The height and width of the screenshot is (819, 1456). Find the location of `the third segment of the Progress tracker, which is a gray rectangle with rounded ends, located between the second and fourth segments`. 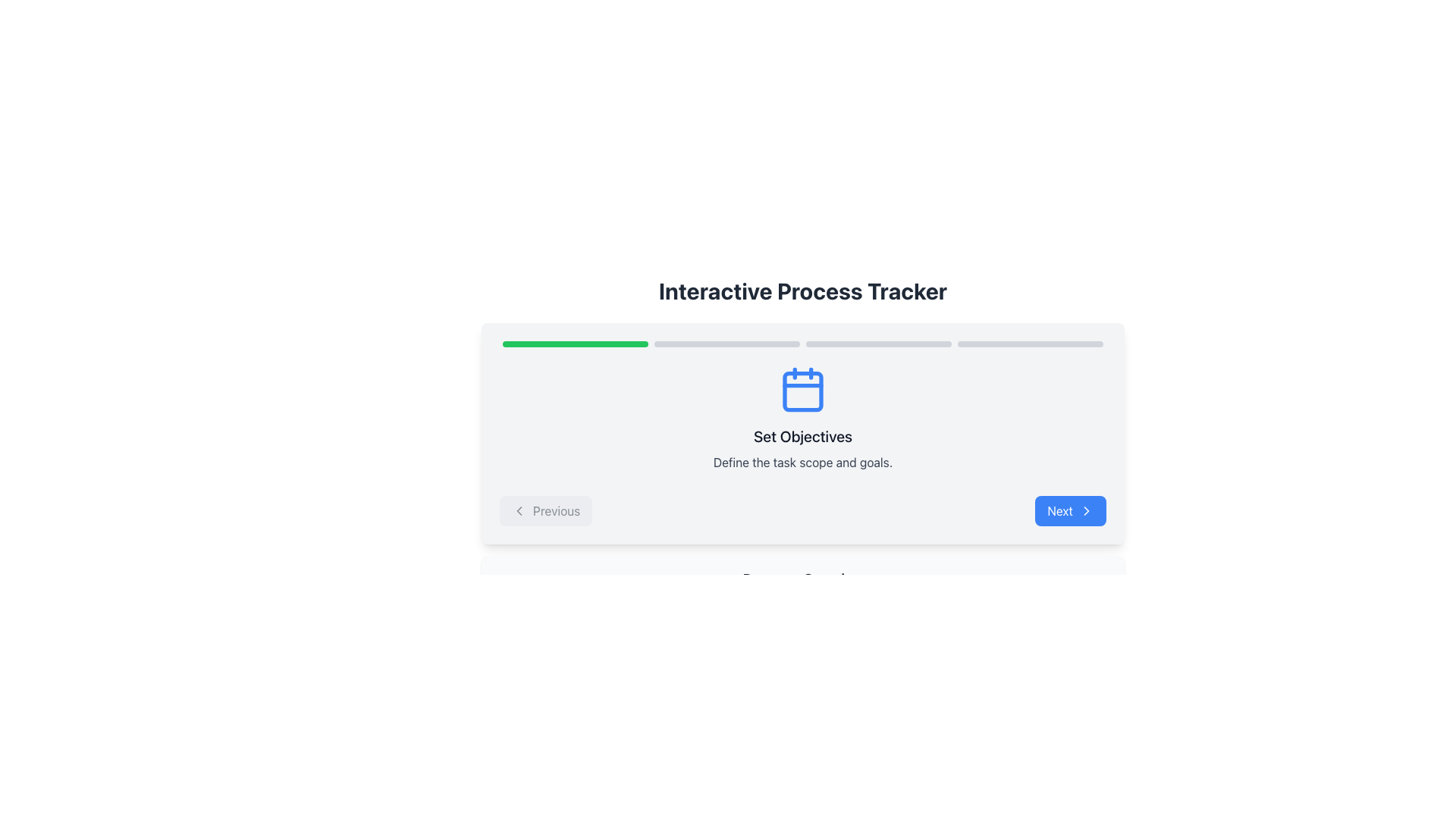

the third segment of the Progress tracker, which is a gray rectangle with rounded ends, located between the second and fourth segments is located at coordinates (878, 344).